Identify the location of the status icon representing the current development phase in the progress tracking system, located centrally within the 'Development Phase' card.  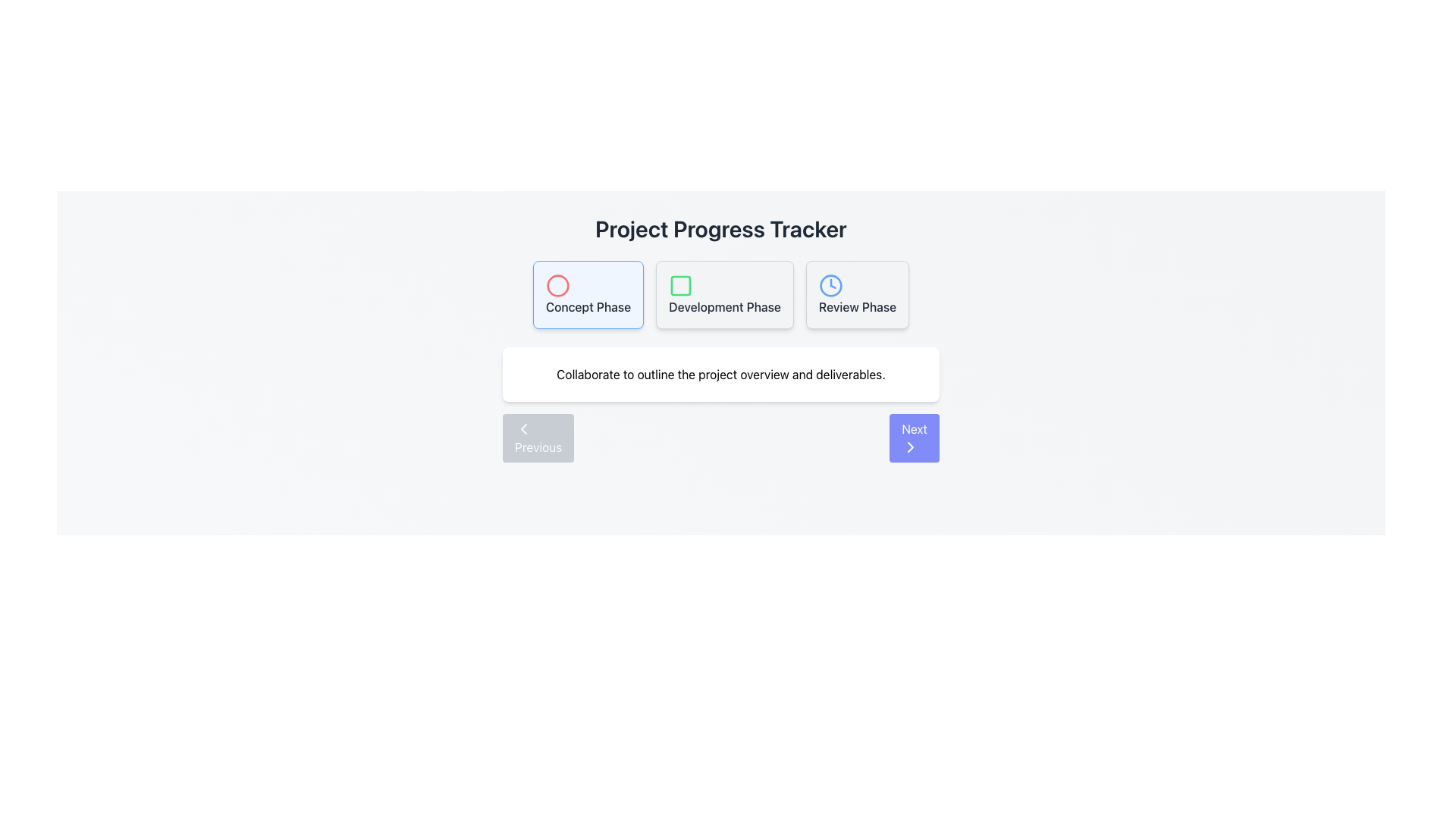
(680, 286).